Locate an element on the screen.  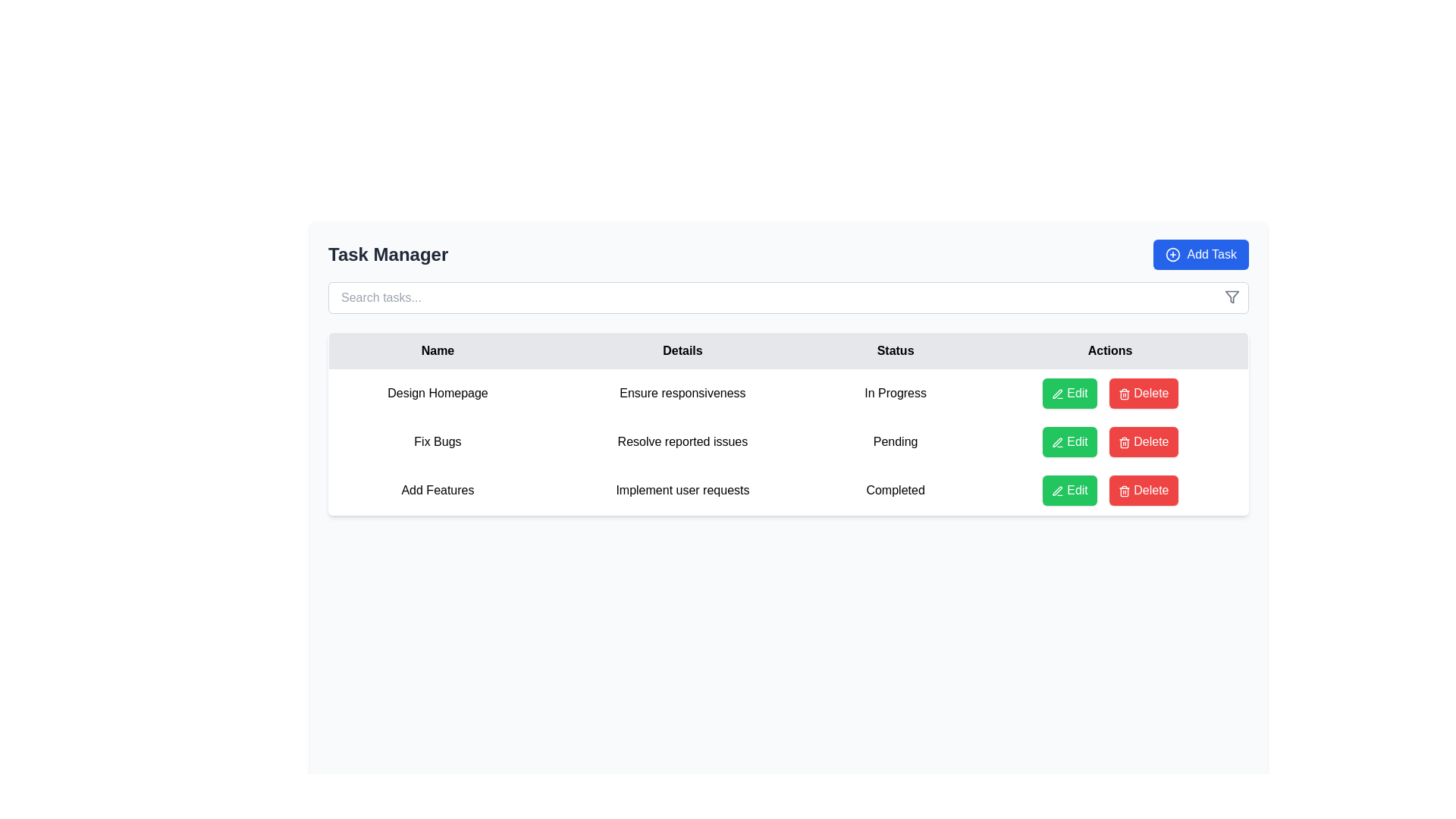
the red 'Delete' button with a trash can icon in the Button Group located in the 'Actions' column of the second row associated with the 'Pending' task is located at coordinates (1110, 441).